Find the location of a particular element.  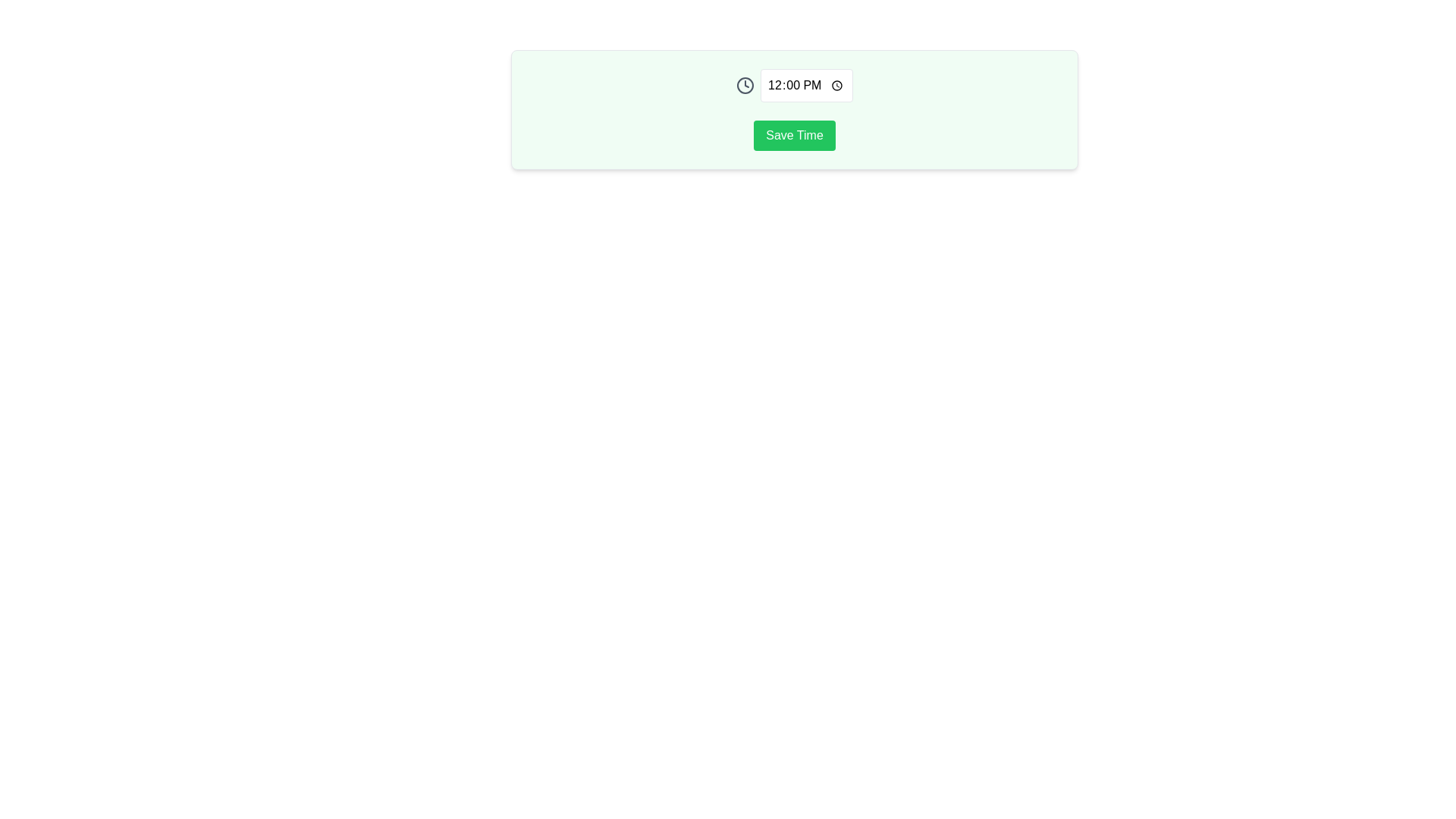

the circular decorative element of the clock icon, which is defined by a gray outline and is positioned at the center of the clock, to the left of the '12:00 PM' time label is located at coordinates (745, 85).